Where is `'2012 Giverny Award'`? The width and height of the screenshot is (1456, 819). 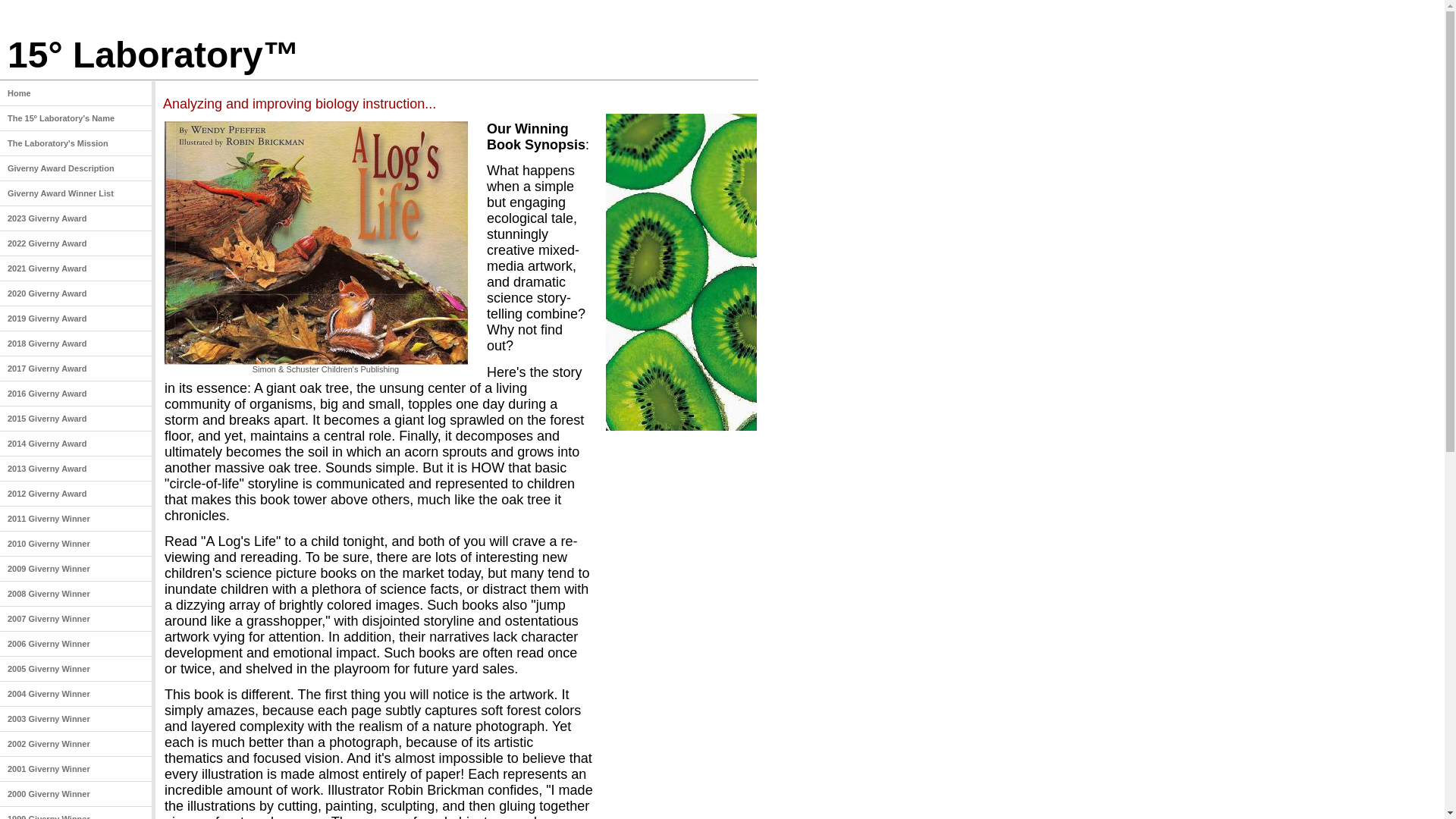 '2012 Giverny Award' is located at coordinates (75, 494).